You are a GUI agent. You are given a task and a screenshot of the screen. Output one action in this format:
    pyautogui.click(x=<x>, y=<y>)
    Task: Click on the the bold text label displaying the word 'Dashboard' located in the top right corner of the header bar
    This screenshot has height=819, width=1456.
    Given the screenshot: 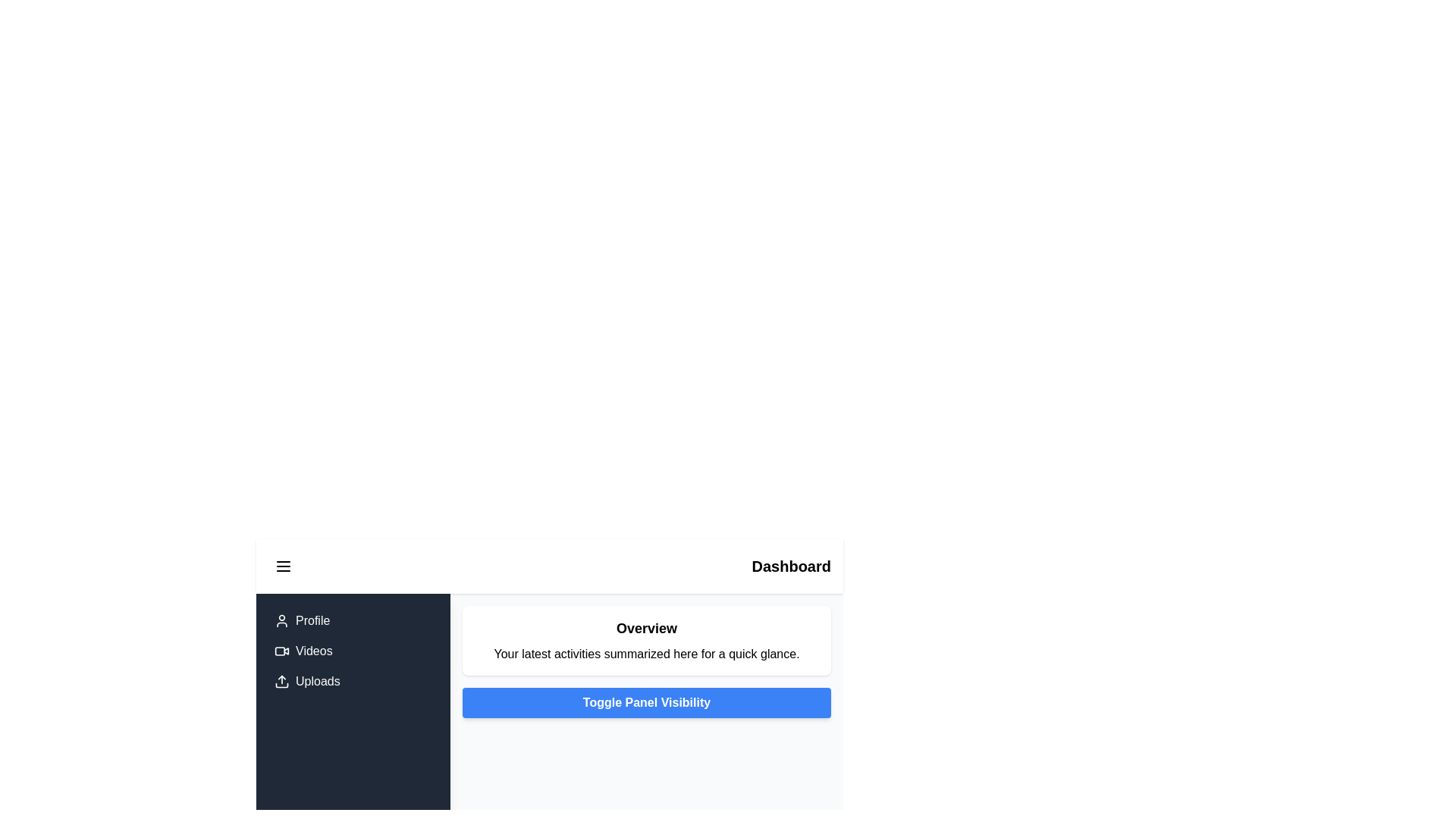 What is the action you would take?
    pyautogui.click(x=790, y=566)
    